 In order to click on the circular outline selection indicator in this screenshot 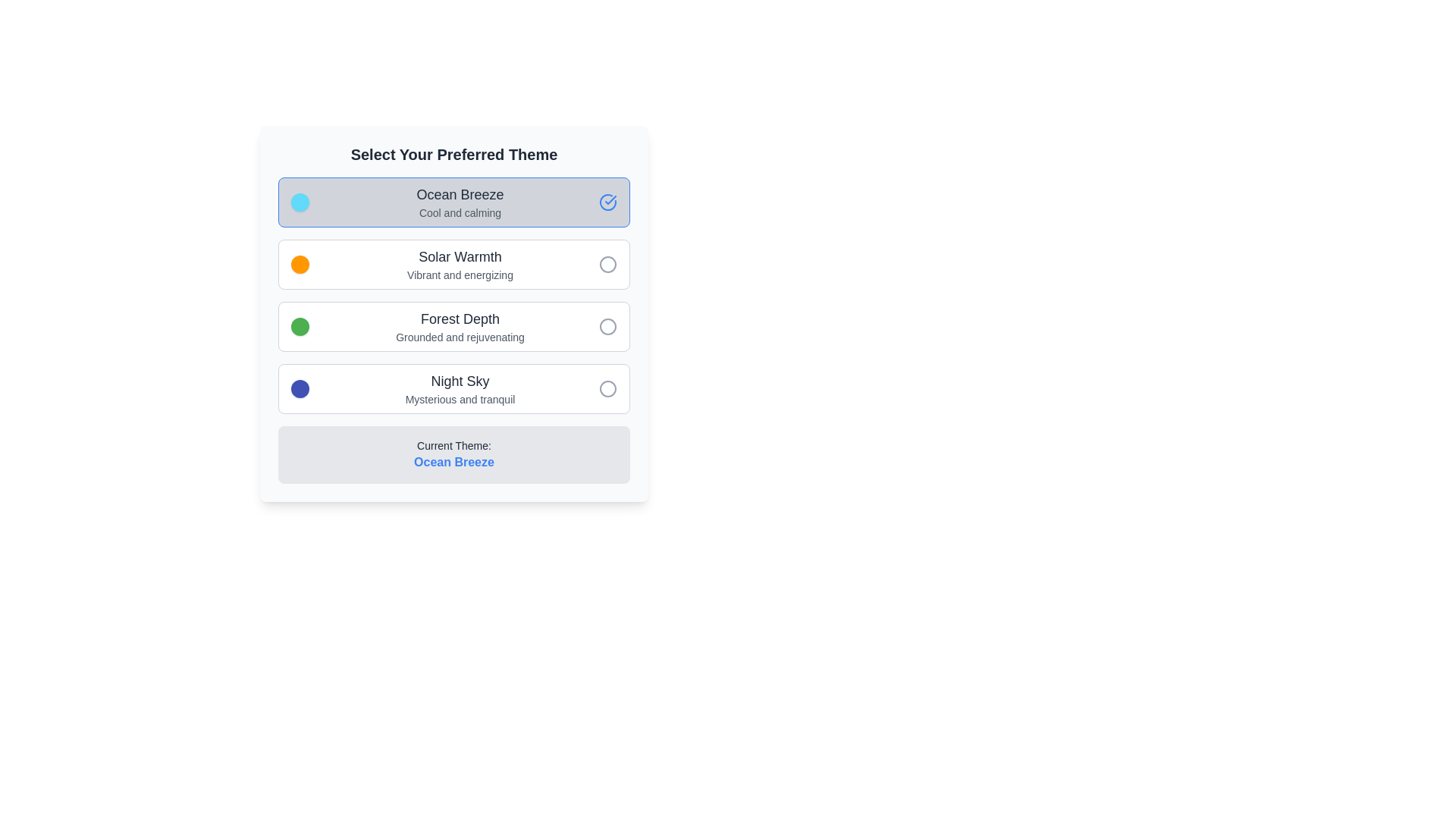, I will do `click(607, 263)`.